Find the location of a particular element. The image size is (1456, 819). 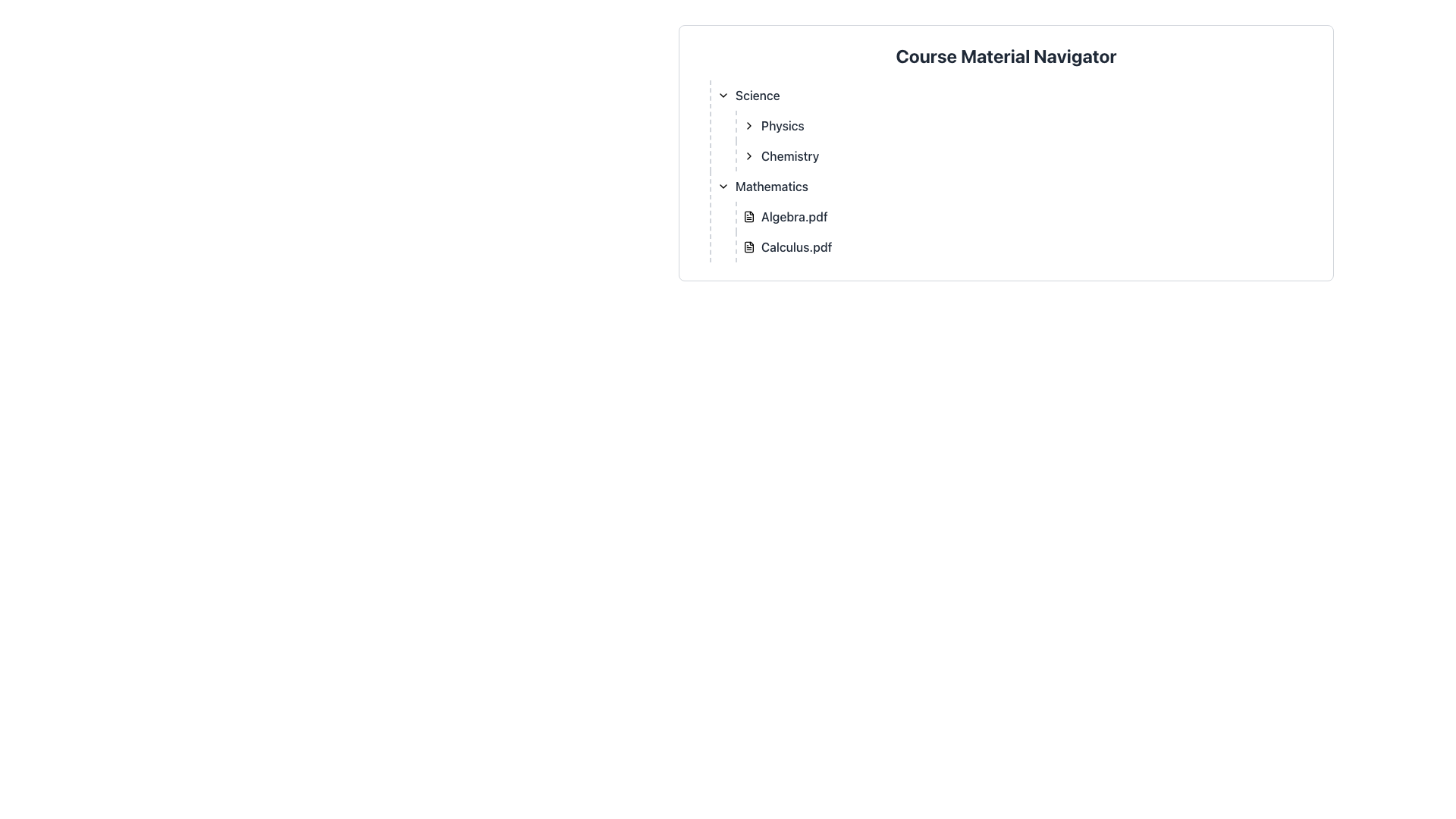

the 'Science' category text label located within the Course Material Navigator section, which is the first item in the list is located at coordinates (758, 96).